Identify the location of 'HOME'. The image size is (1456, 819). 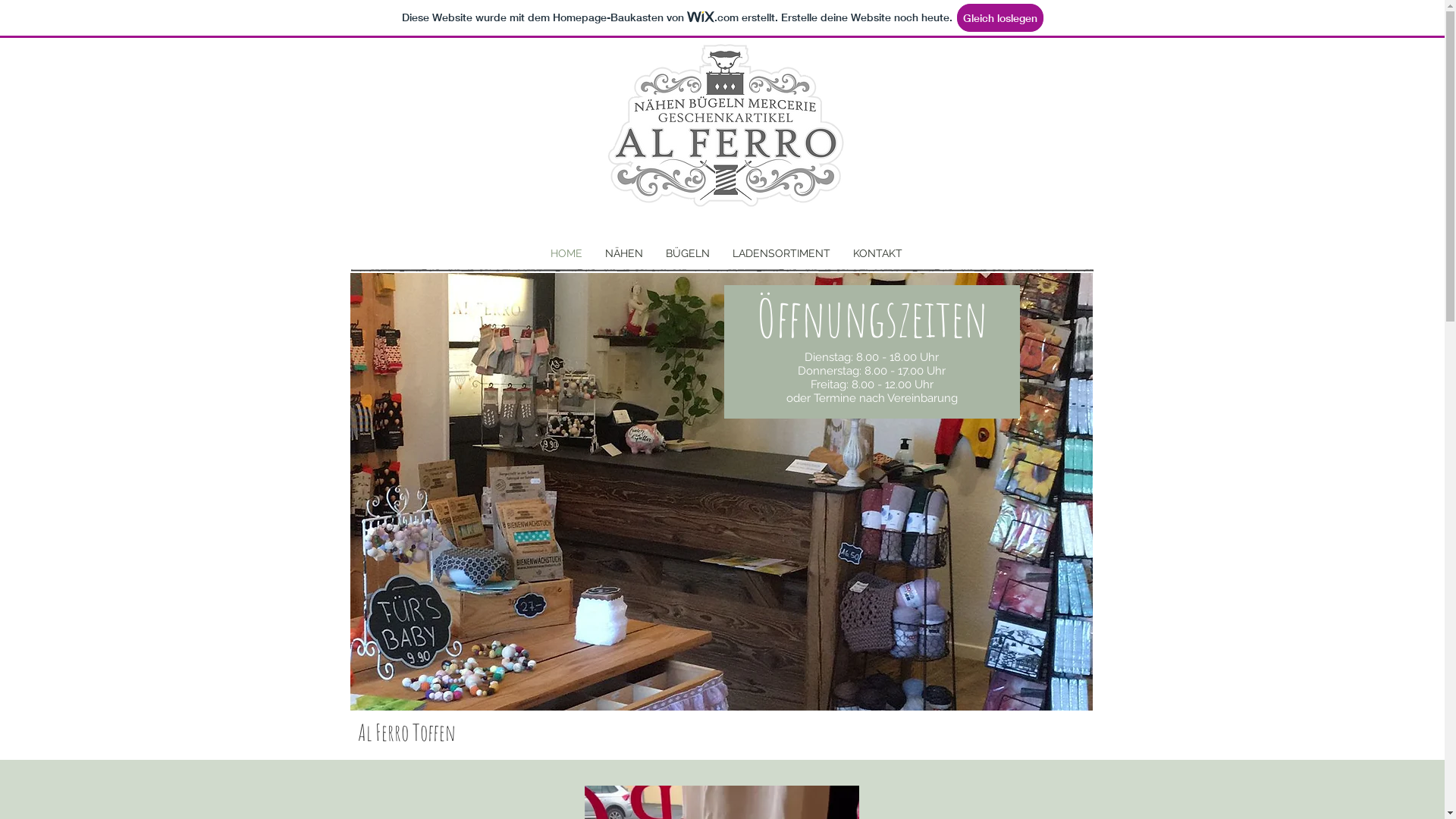
(564, 253).